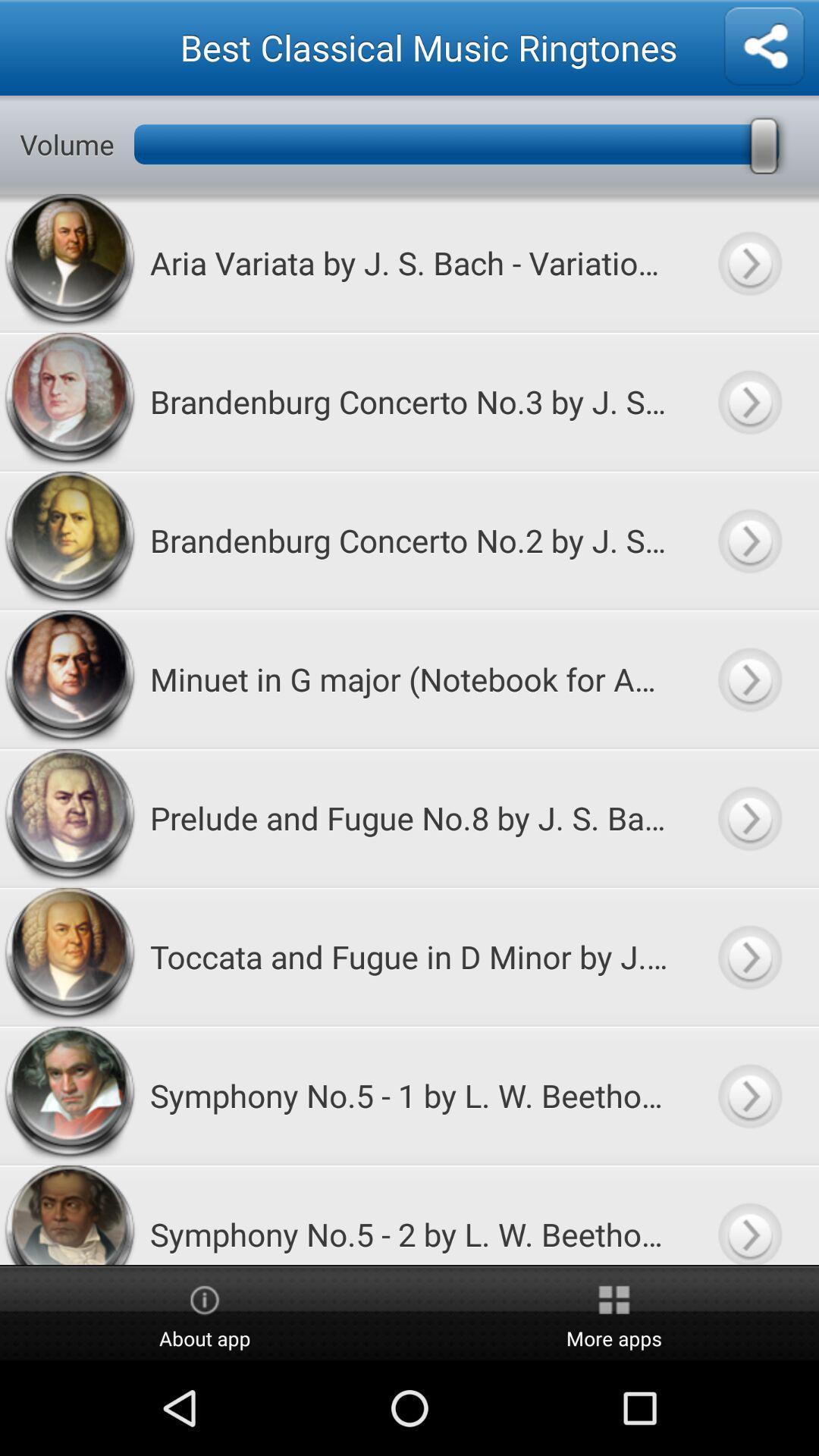  I want to click on next process, so click(748, 401).